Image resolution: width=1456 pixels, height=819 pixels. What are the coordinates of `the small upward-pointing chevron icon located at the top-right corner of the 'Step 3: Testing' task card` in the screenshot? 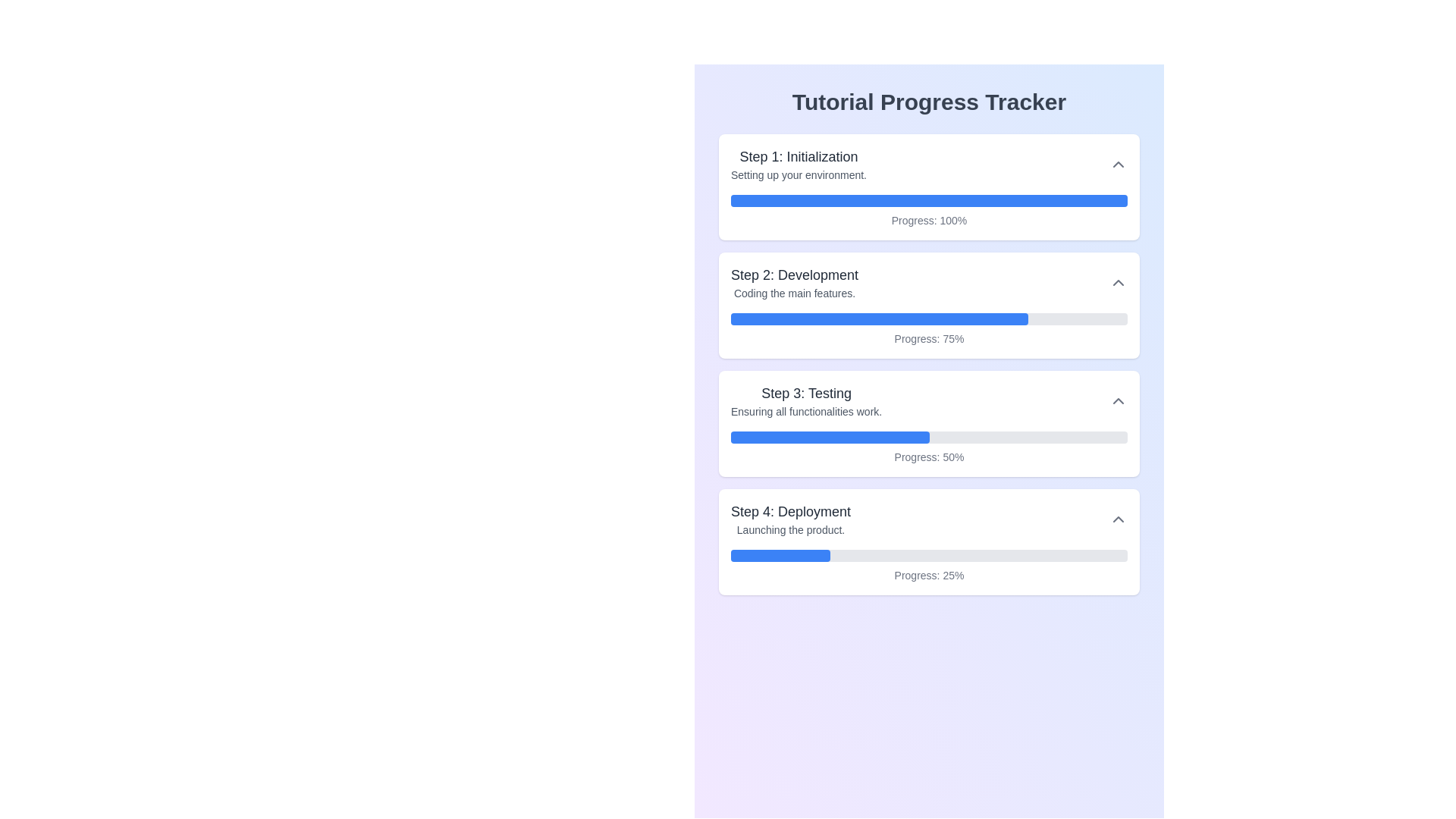 It's located at (1118, 400).